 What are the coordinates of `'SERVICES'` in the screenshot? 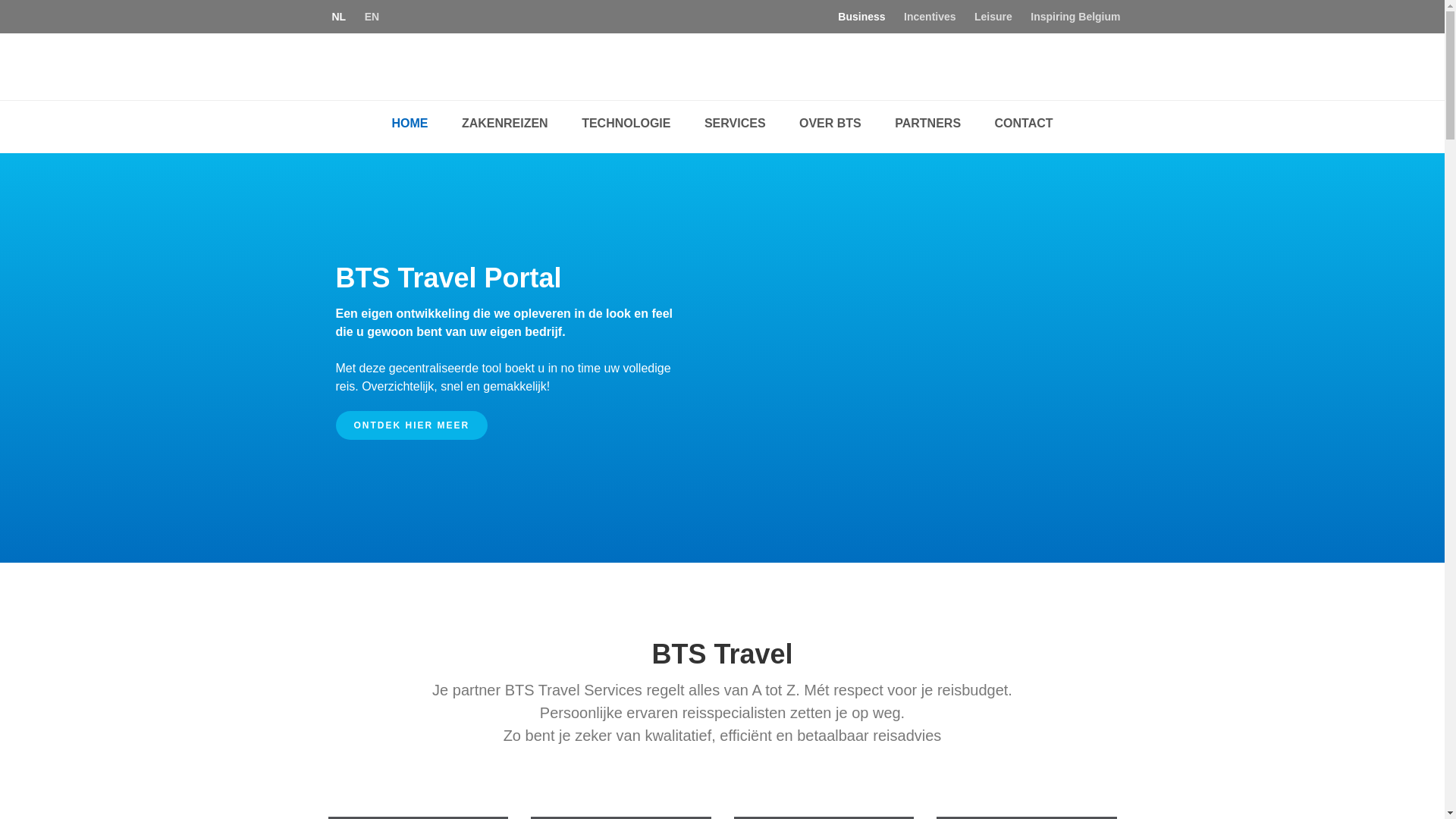 It's located at (735, 122).